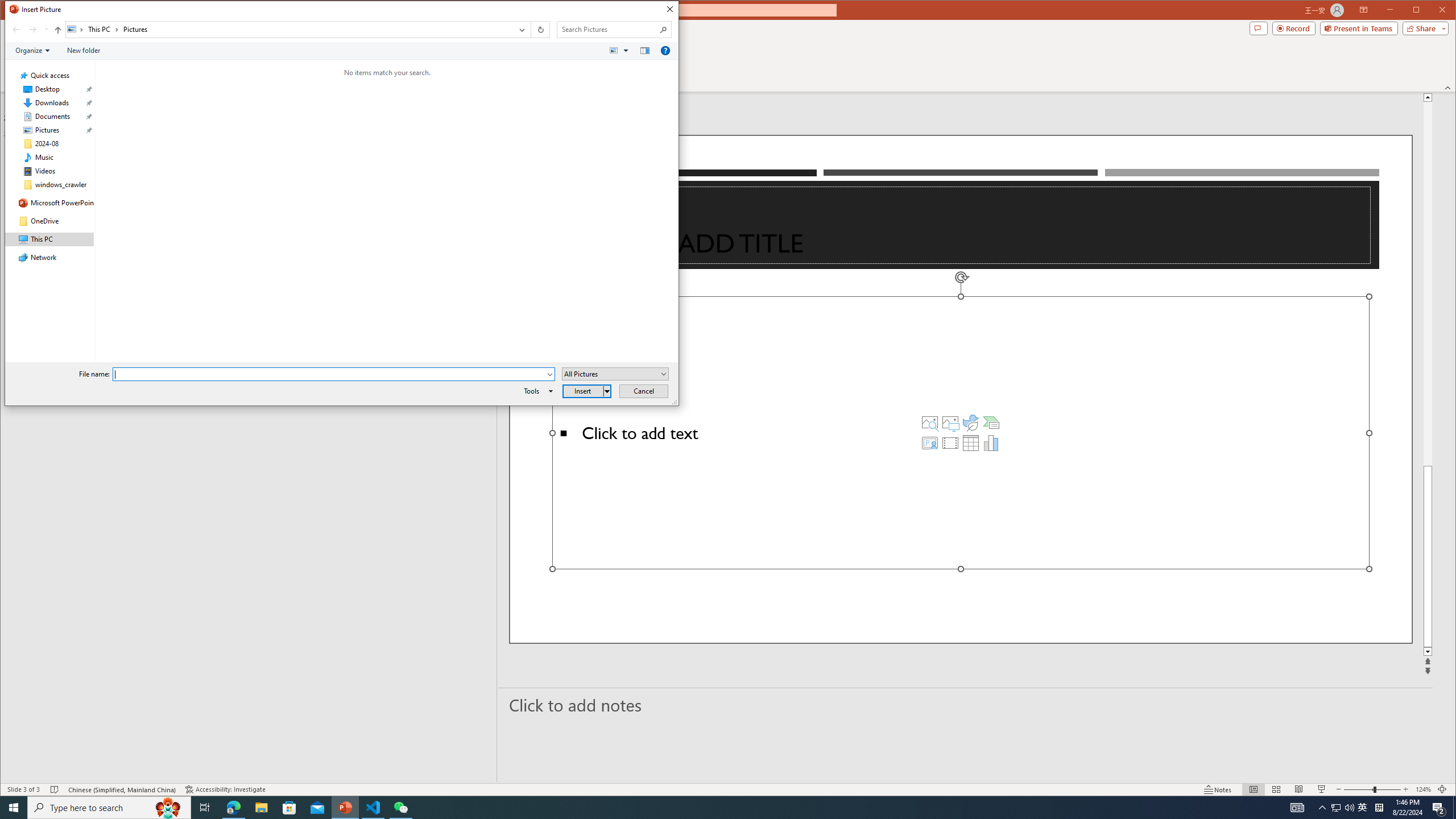  I want to click on 'Up band toolbar', so click(57, 31).